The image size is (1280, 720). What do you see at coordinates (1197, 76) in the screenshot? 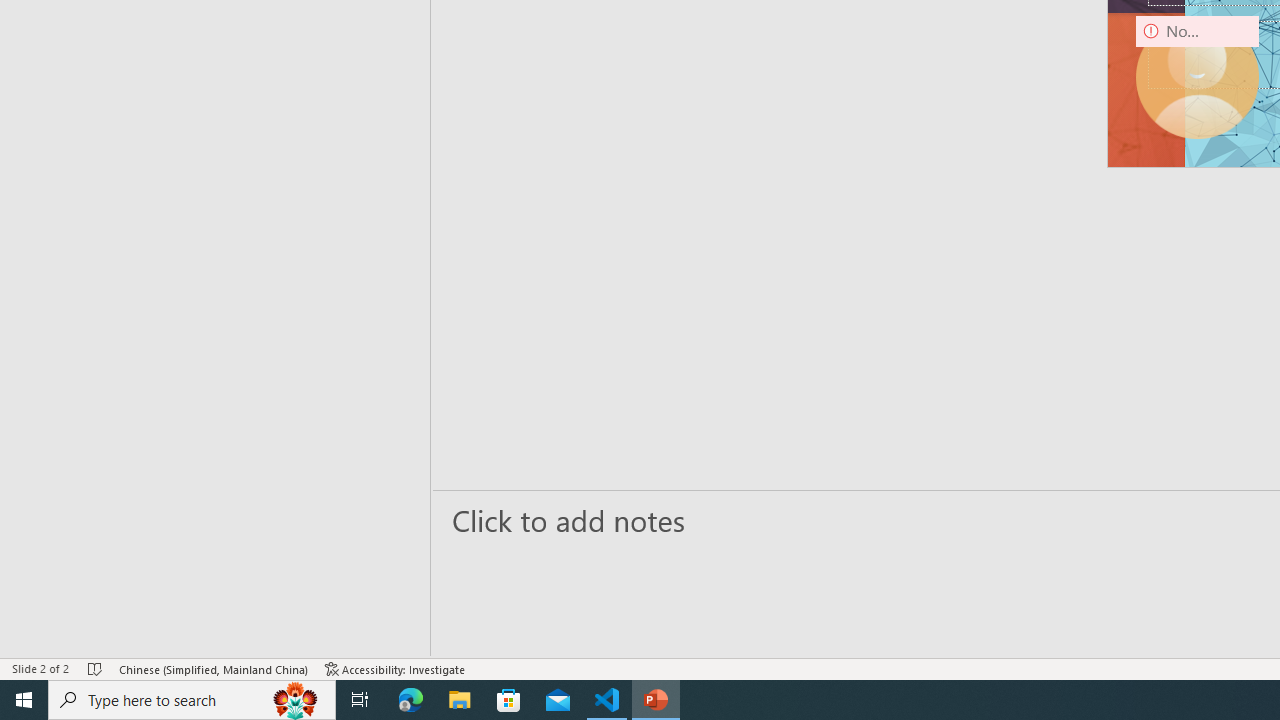
I see `'Camera 9, No camera detected.'` at bounding box center [1197, 76].